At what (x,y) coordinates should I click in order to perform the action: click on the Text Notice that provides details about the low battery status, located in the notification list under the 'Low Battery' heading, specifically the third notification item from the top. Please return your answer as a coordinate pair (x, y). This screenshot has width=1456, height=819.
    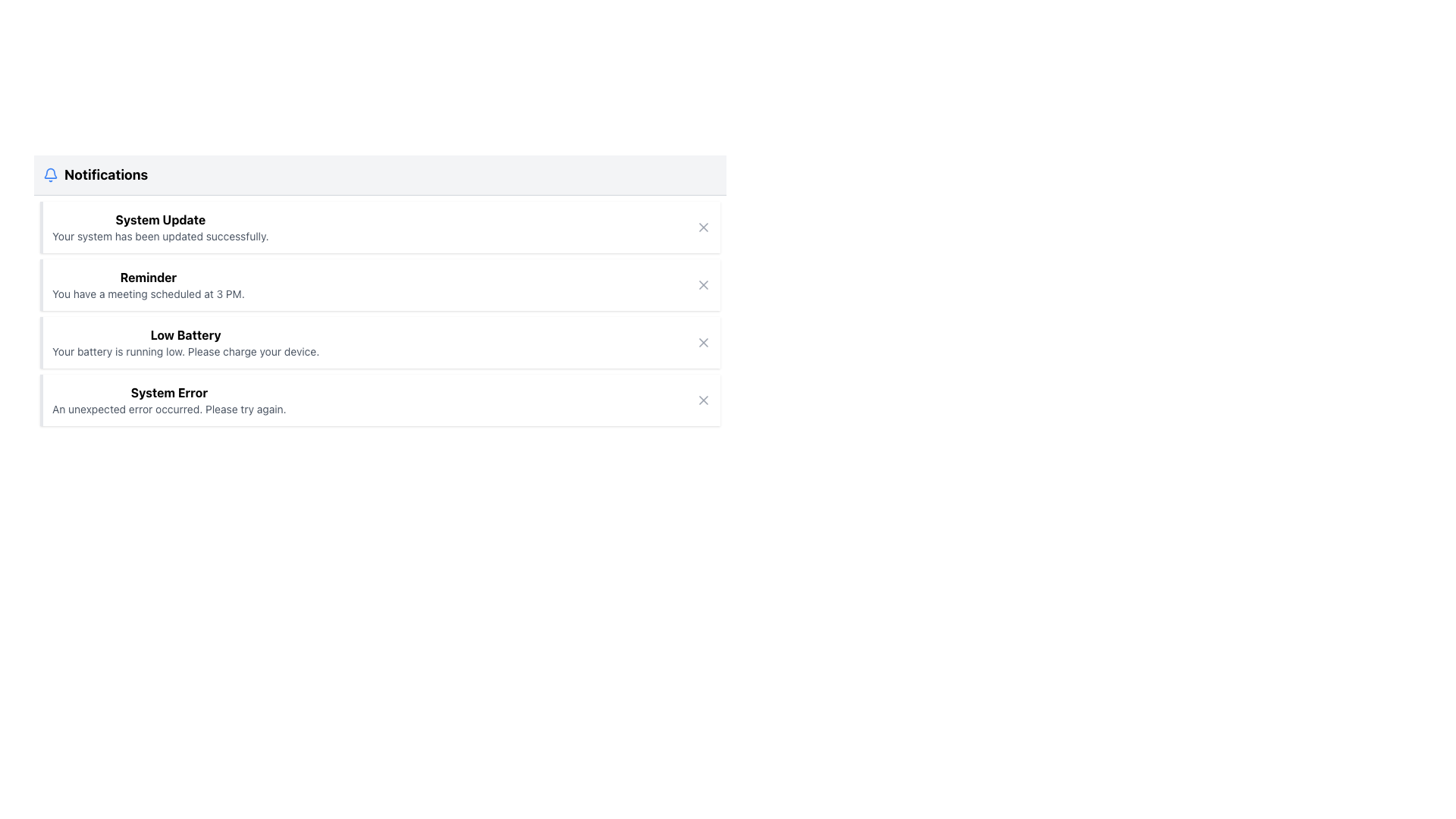
    Looking at the image, I should click on (185, 351).